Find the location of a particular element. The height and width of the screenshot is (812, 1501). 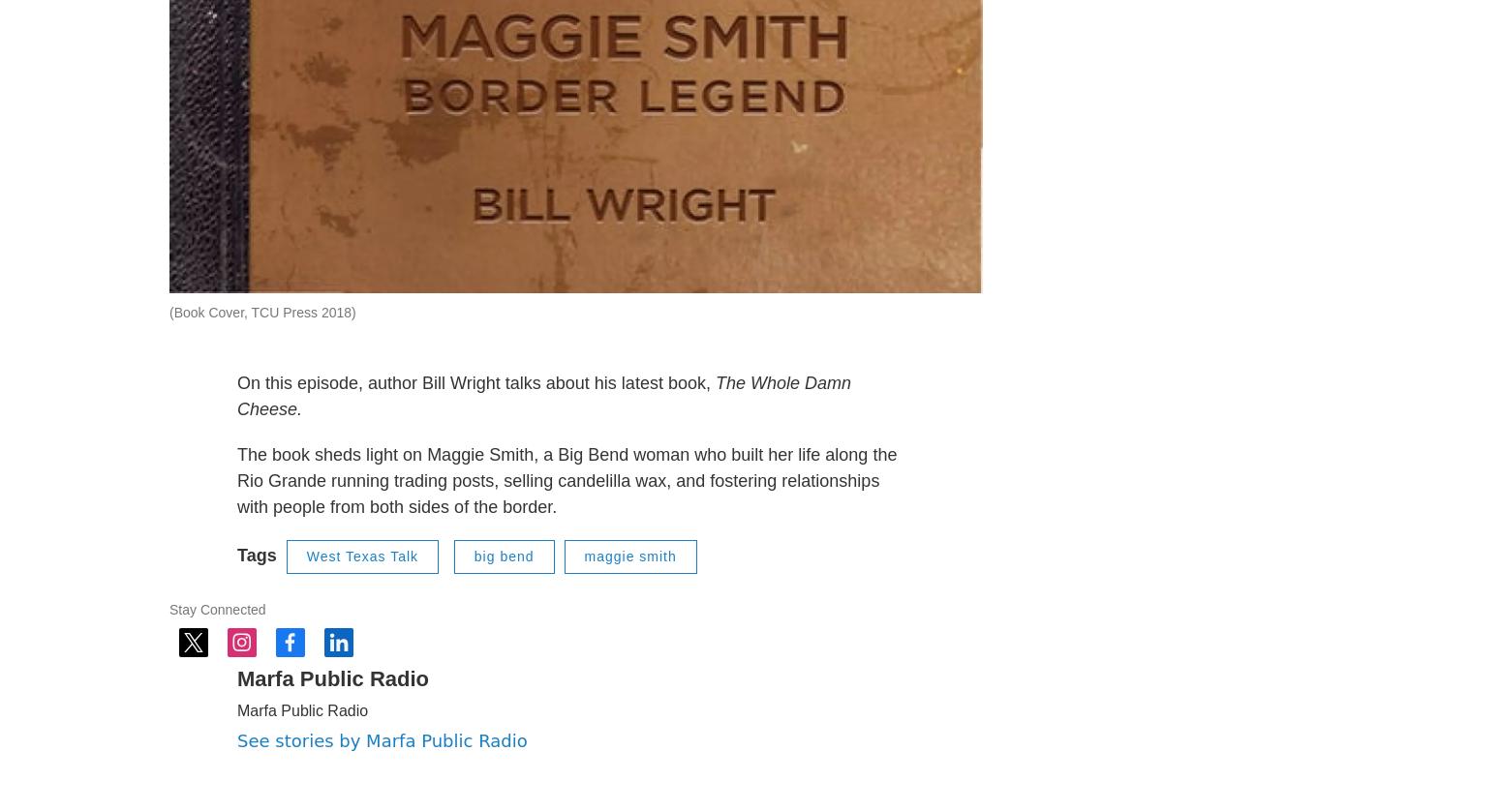

'Stay Connected' is located at coordinates (168, 656).